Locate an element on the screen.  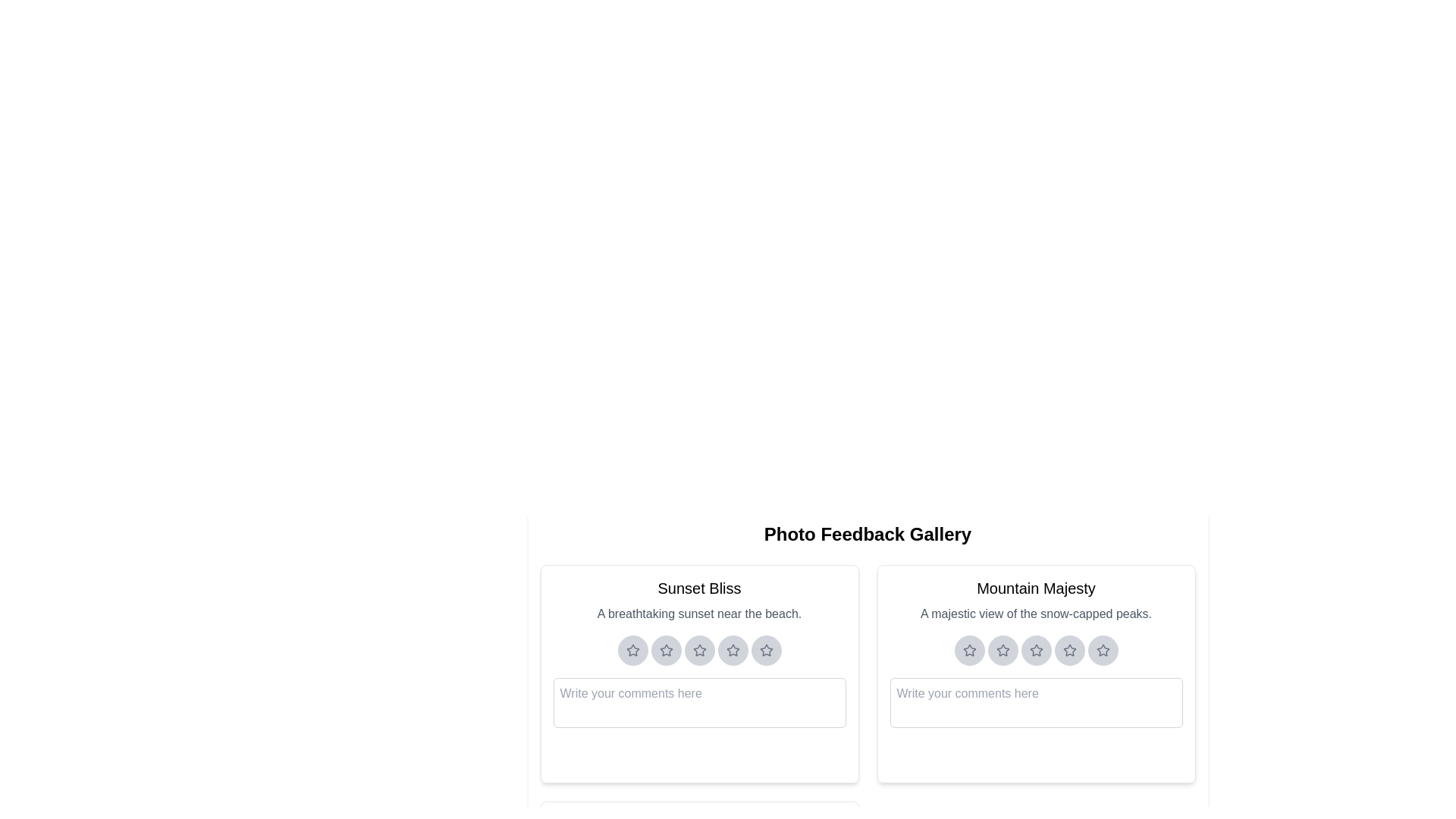
the fifth star icon from left to right in the row of rating stars under the 'Sunset Bliss' feedback box is located at coordinates (766, 649).